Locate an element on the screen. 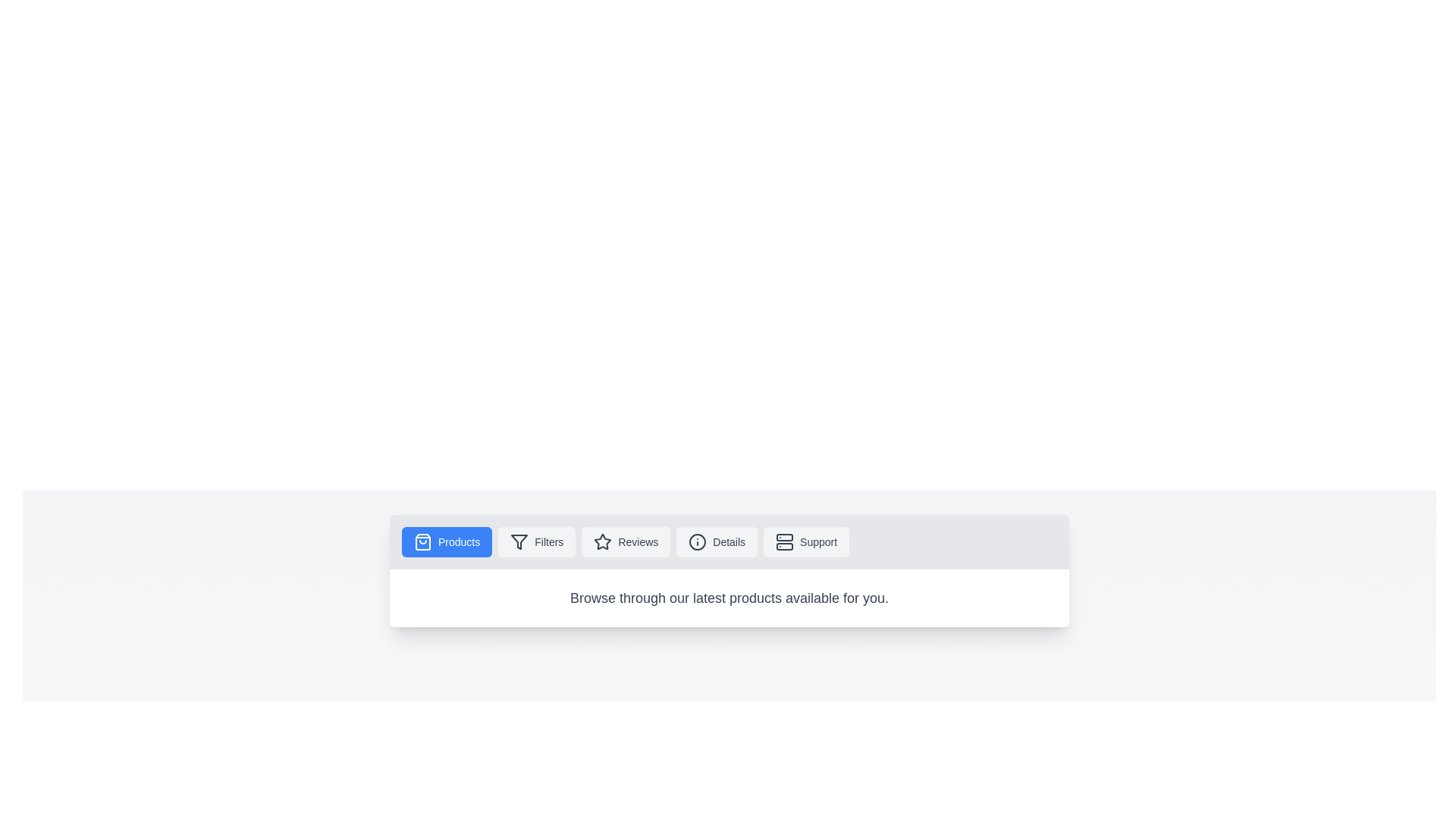  the Support tab to observe its hover effect is located at coordinates (805, 541).